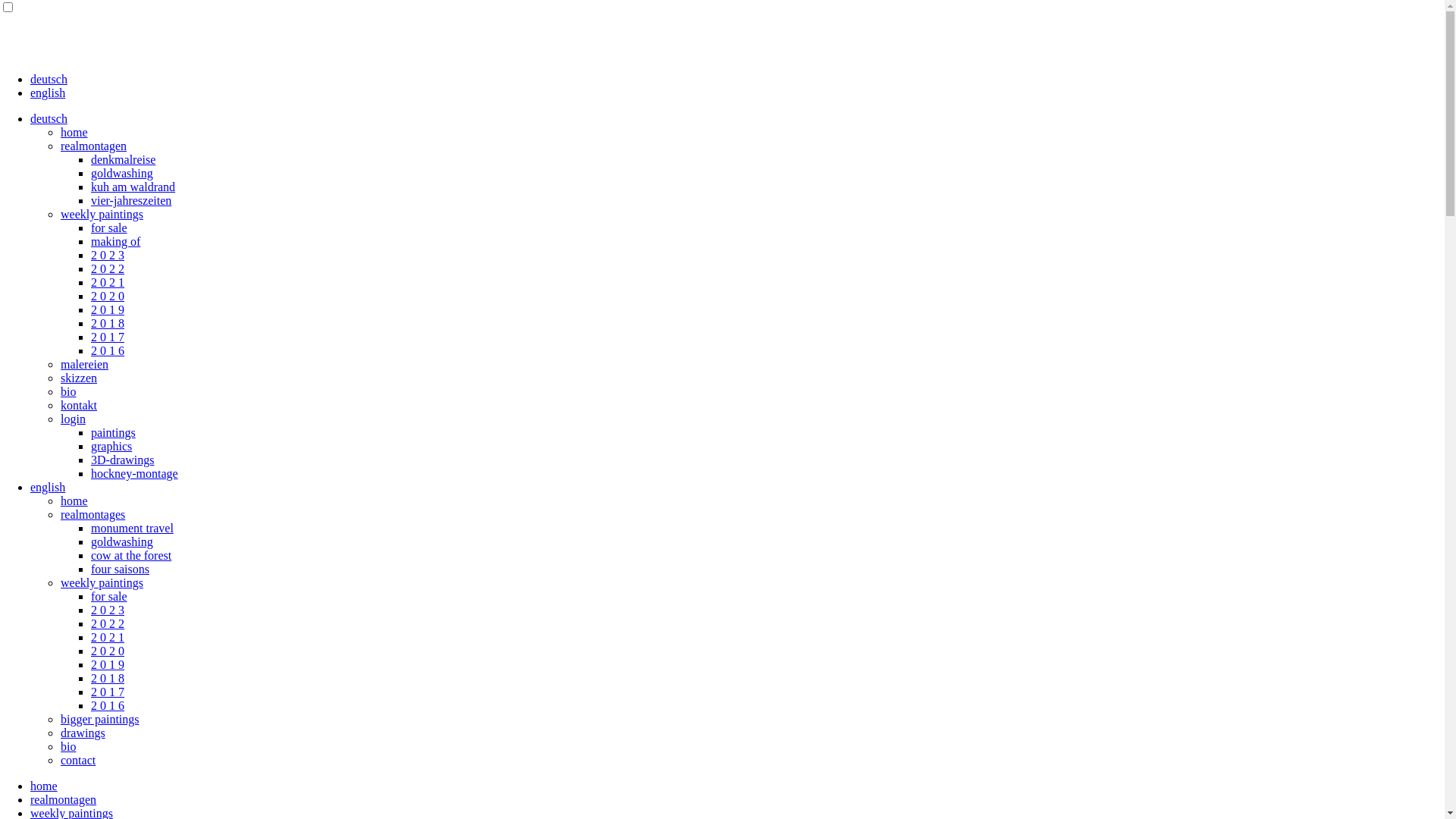  I want to click on '2 0 1 6', so click(90, 705).